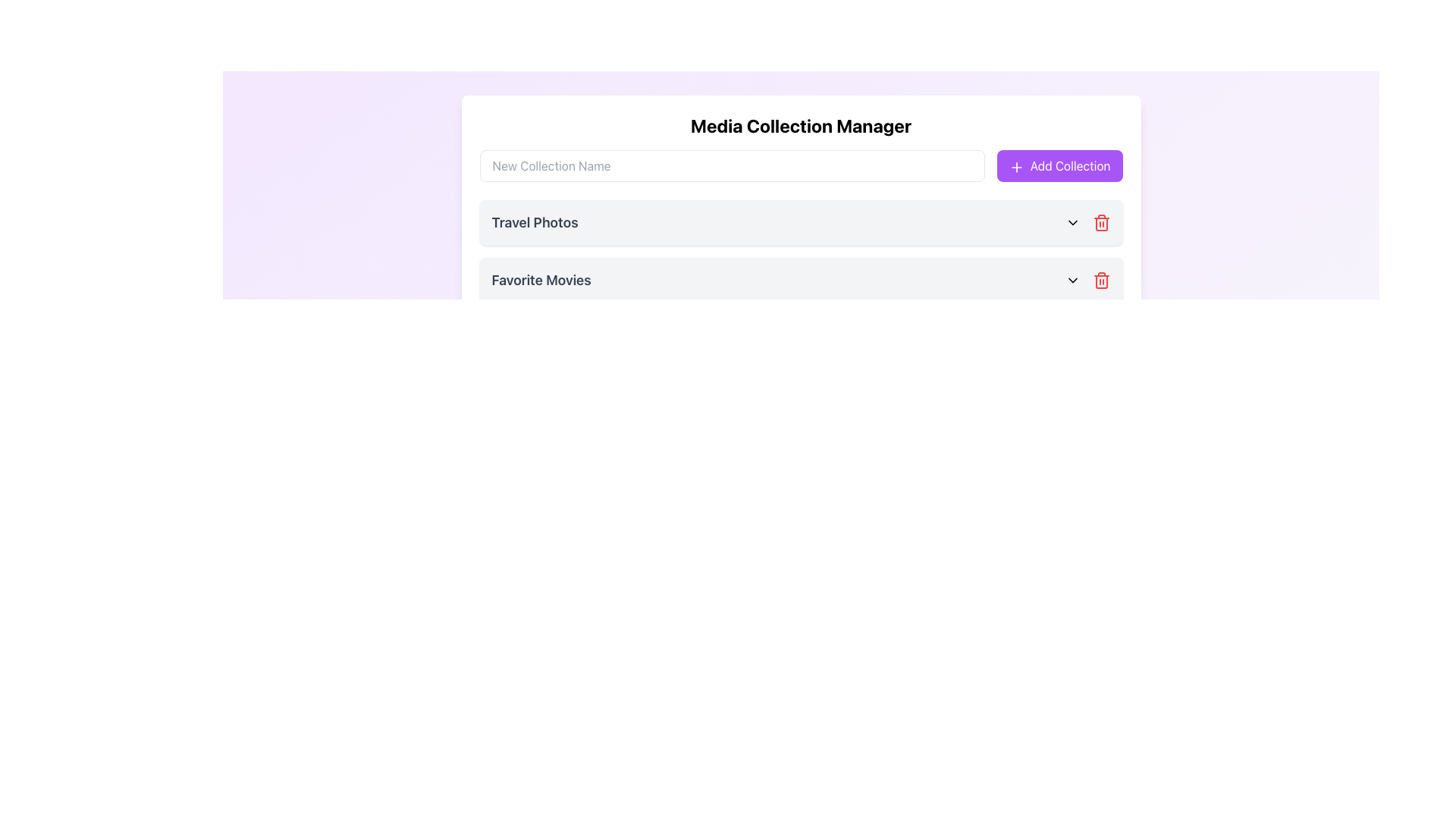 Image resolution: width=1456 pixels, height=819 pixels. Describe the element at coordinates (800, 222) in the screenshot. I see `the first card labeled 'Travel Photos' in the 'Media Collection Manager' section` at that location.